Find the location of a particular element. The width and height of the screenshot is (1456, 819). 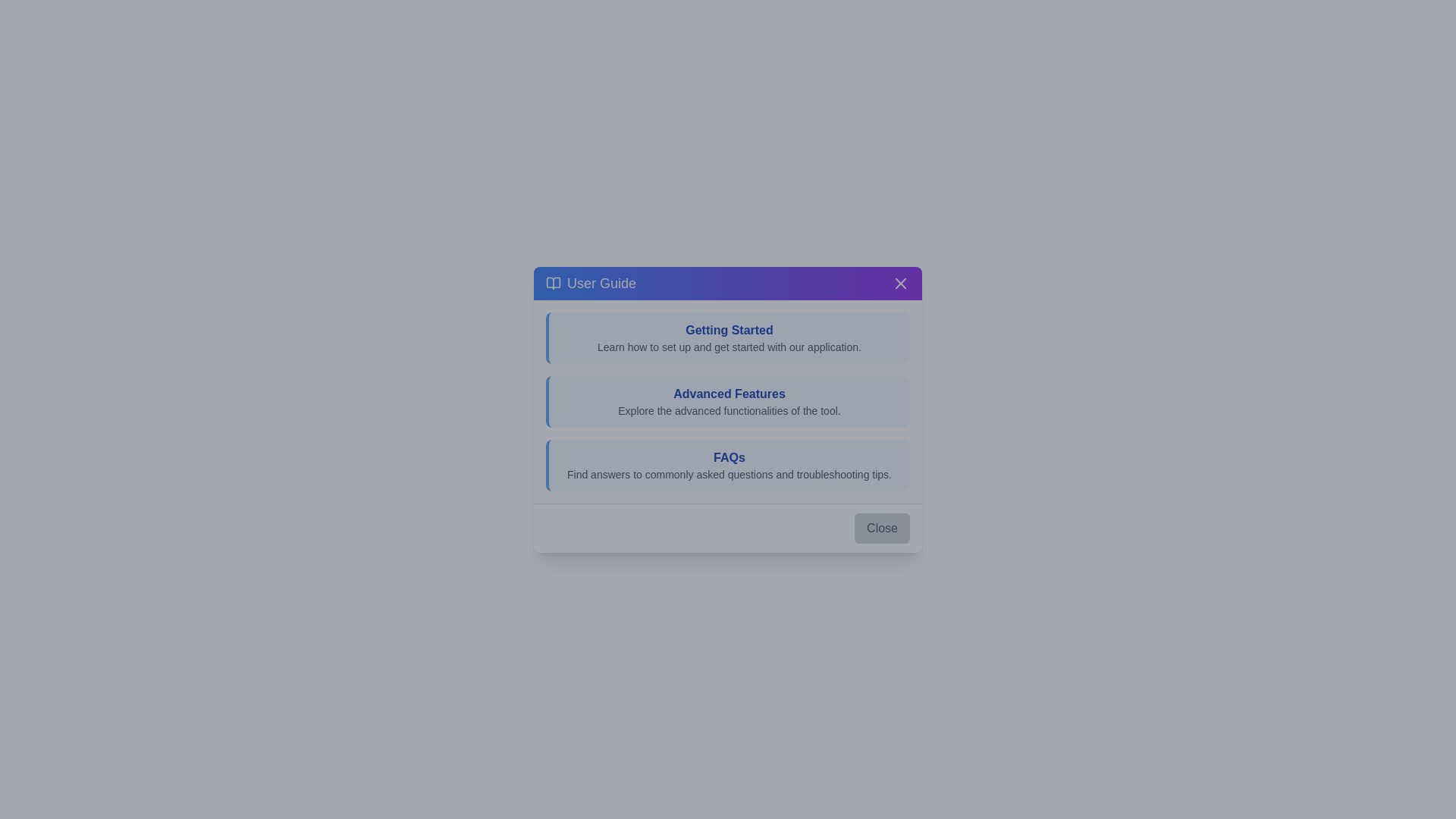

the bold, blue-colored text displaying 'Getting Started' located centrally within the top section of the 'User Guide' dialog box is located at coordinates (729, 329).